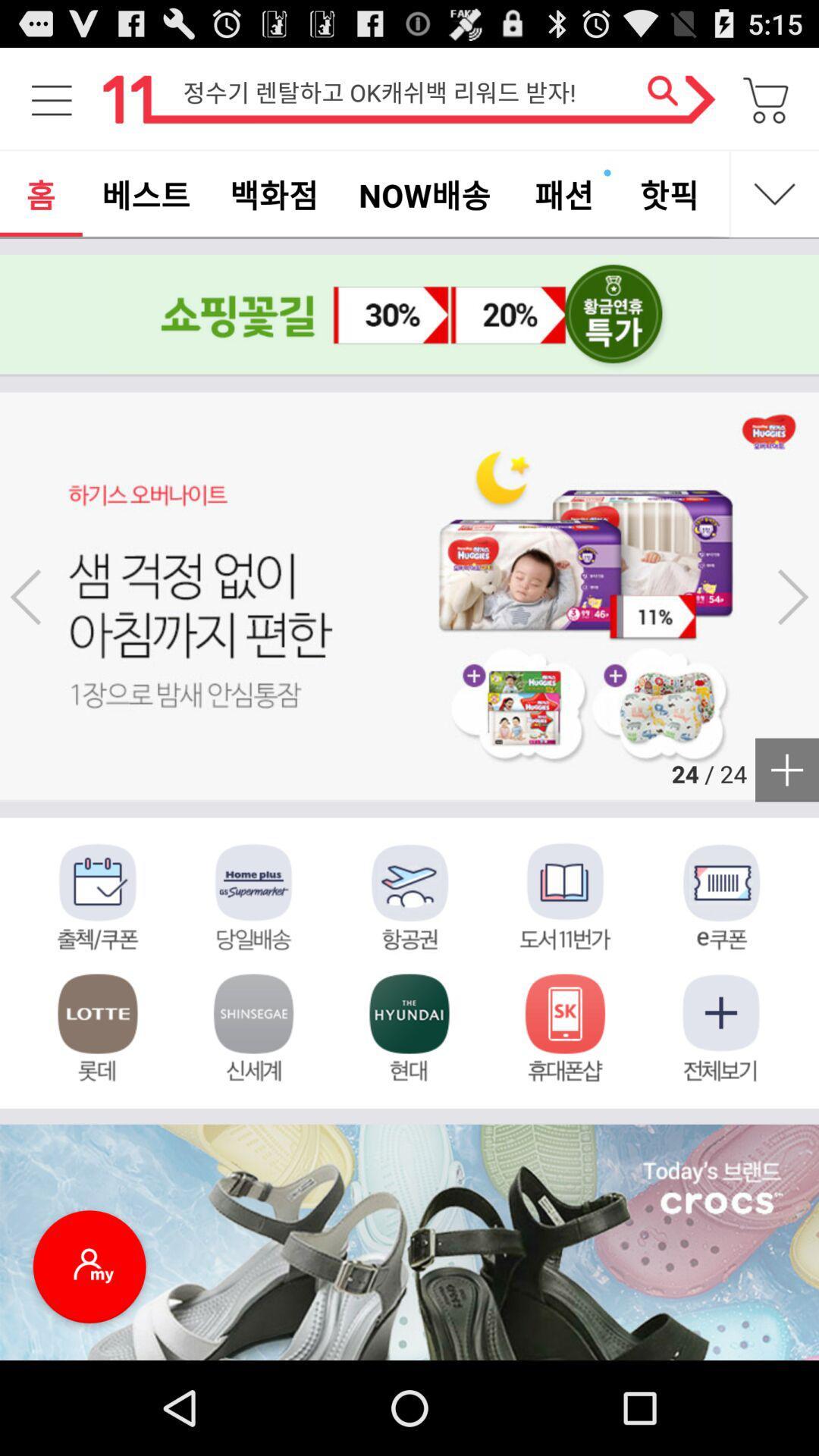 Image resolution: width=819 pixels, height=1456 pixels. Describe the element at coordinates (767, 105) in the screenshot. I see `the cart icon` at that location.